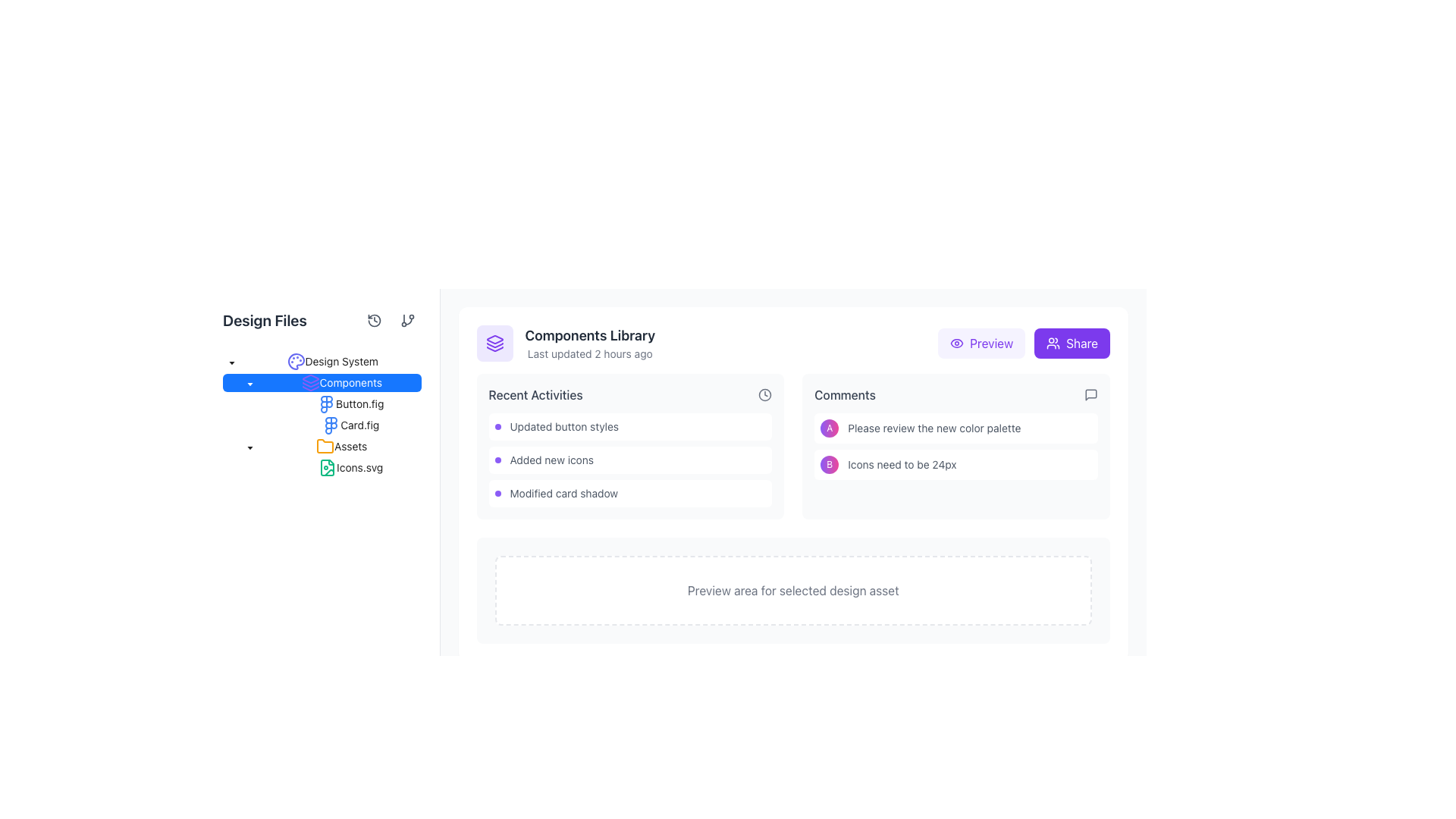 Image resolution: width=1456 pixels, height=819 pixels. What do you see at coordinates (268, 403) in the screenshot?
I see `the small square button located next to 'Button.fig' in the file tree view, which is styled minimally and appears to be a placeholder` at bounding box center [268, 403].